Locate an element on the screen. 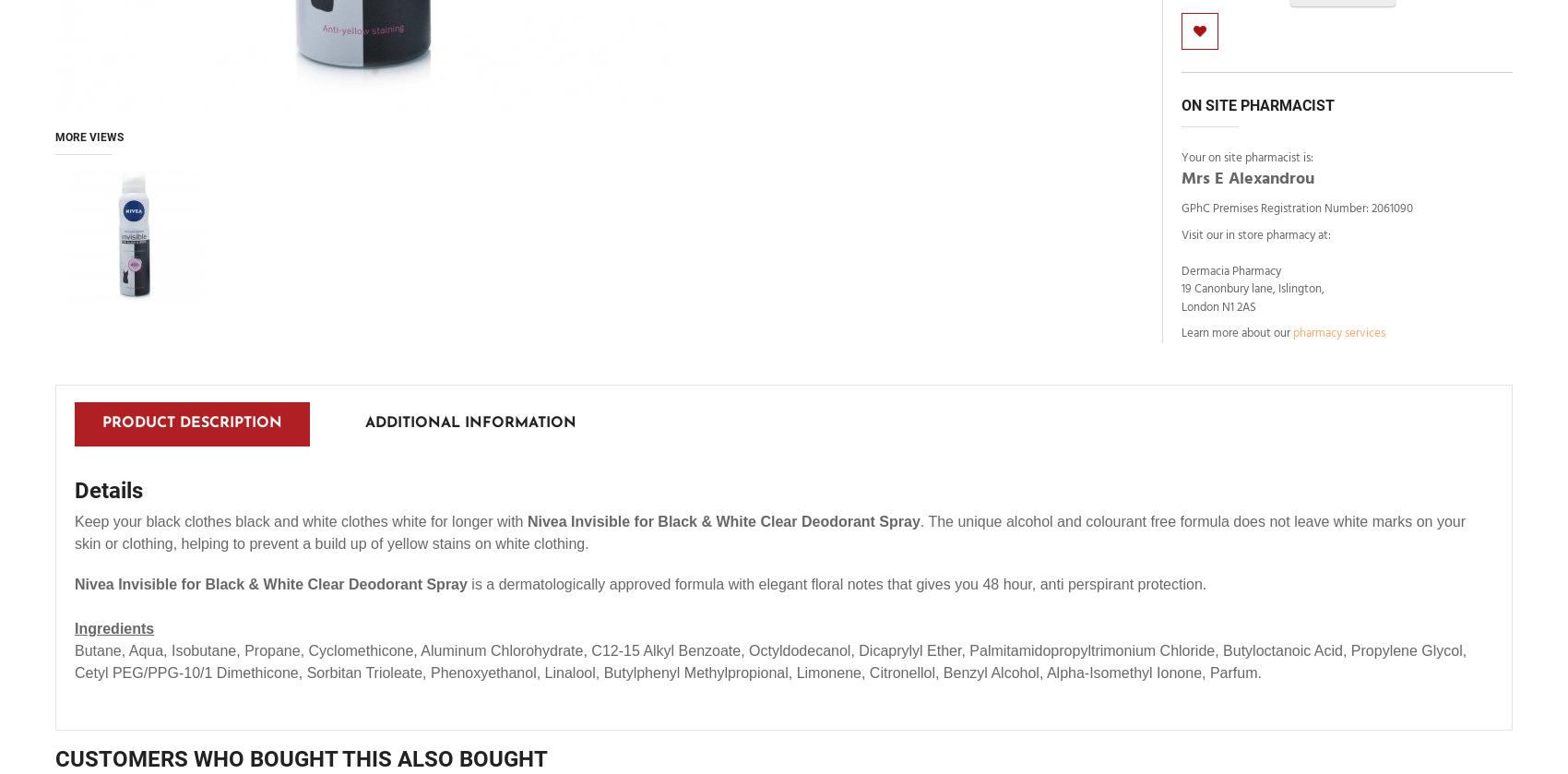 The image size is (1568, 774). 'pharmacy services' is located at coordinates (1337, 333).